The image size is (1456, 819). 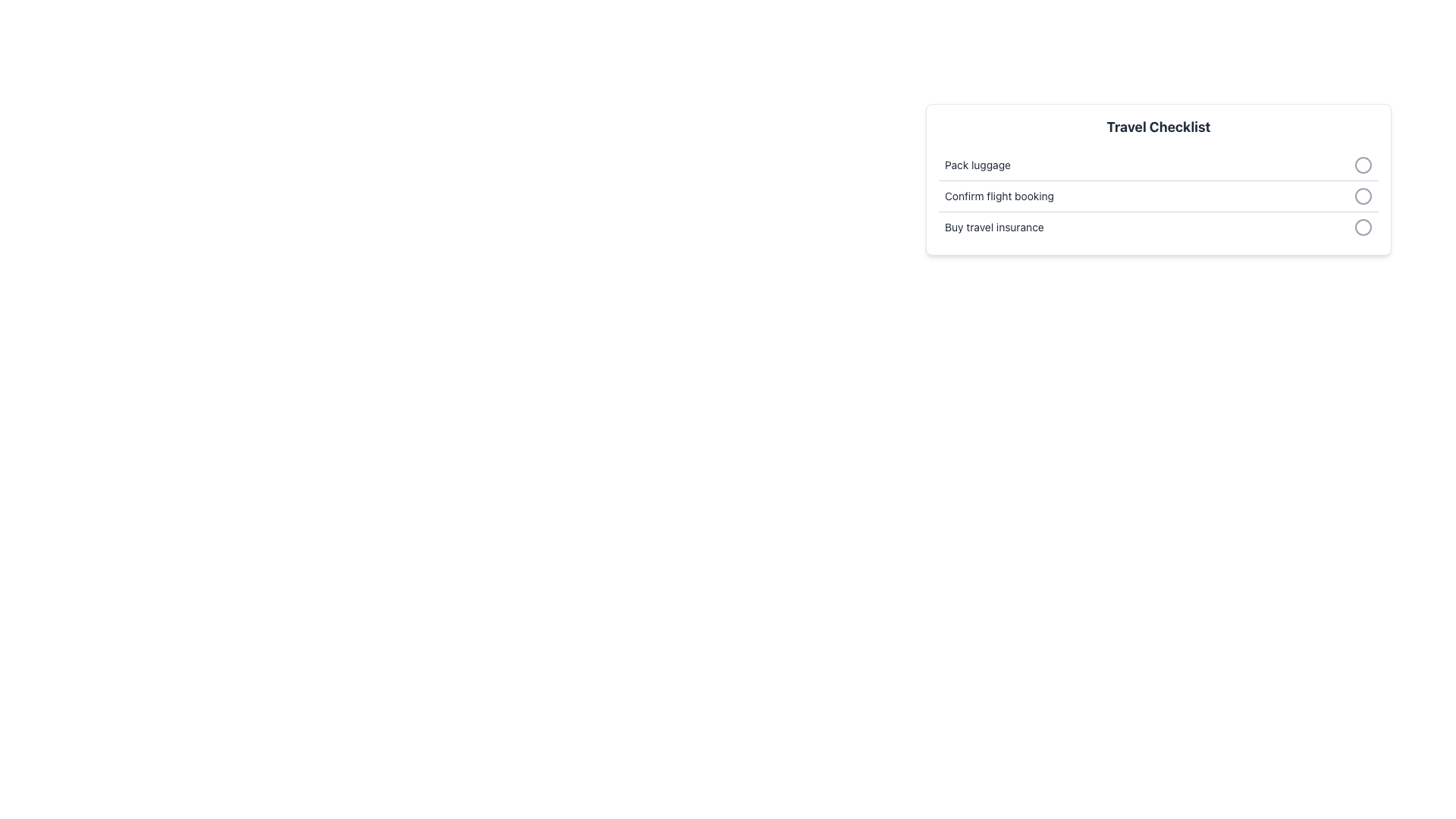 I want to click on the text label that says 'Confirm flight booking', which is styled in gray and located under the 'Travel Checklist' heading, so click(x=999, y=195).